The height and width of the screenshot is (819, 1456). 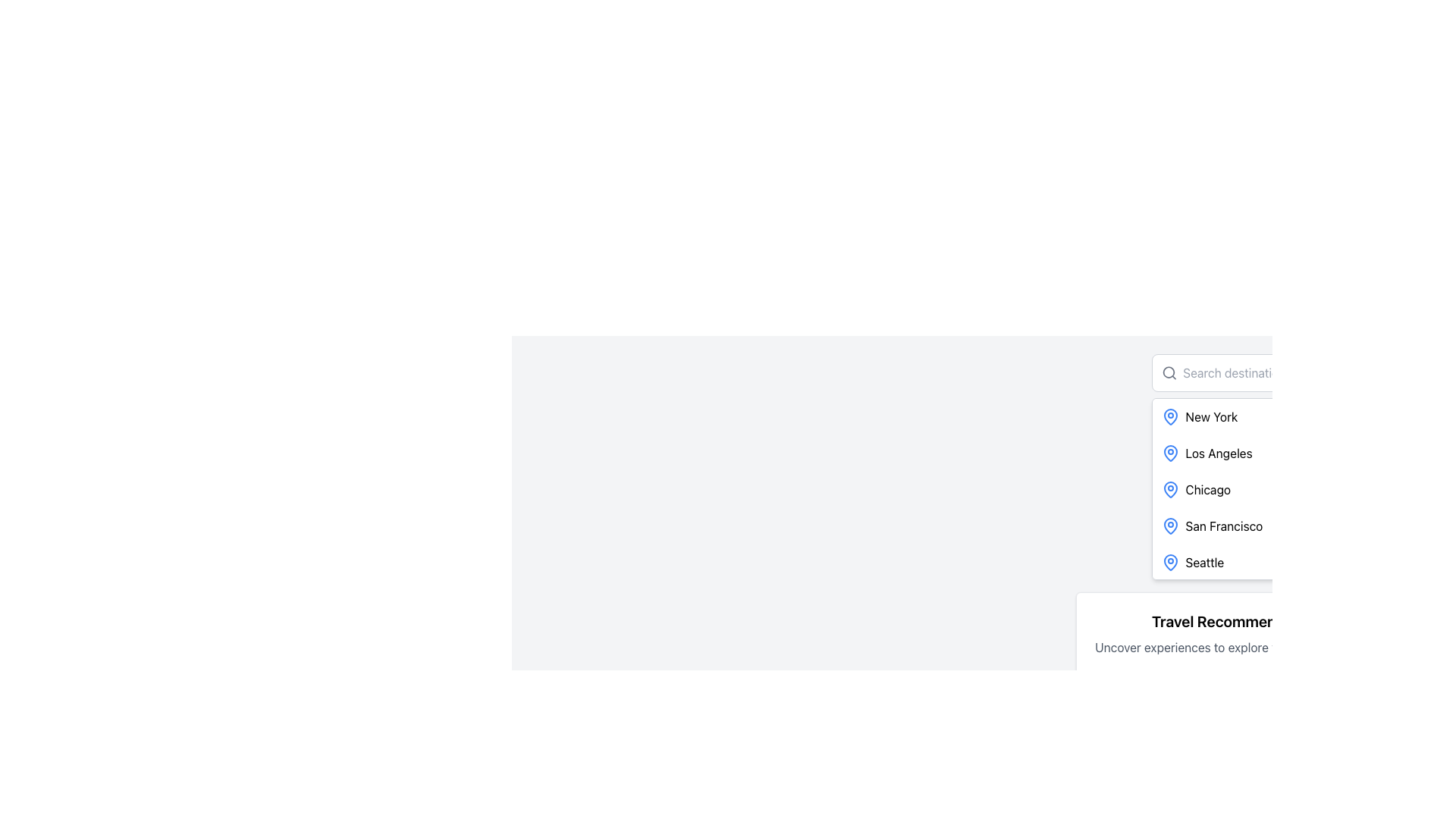 What do you see at coordinates (1168, 373) in the screenshot?
I see `the search icon that visually indicates the search functionality, located at the left edge of the 'Search destination...' input field` at bounding box center [1168, 373].